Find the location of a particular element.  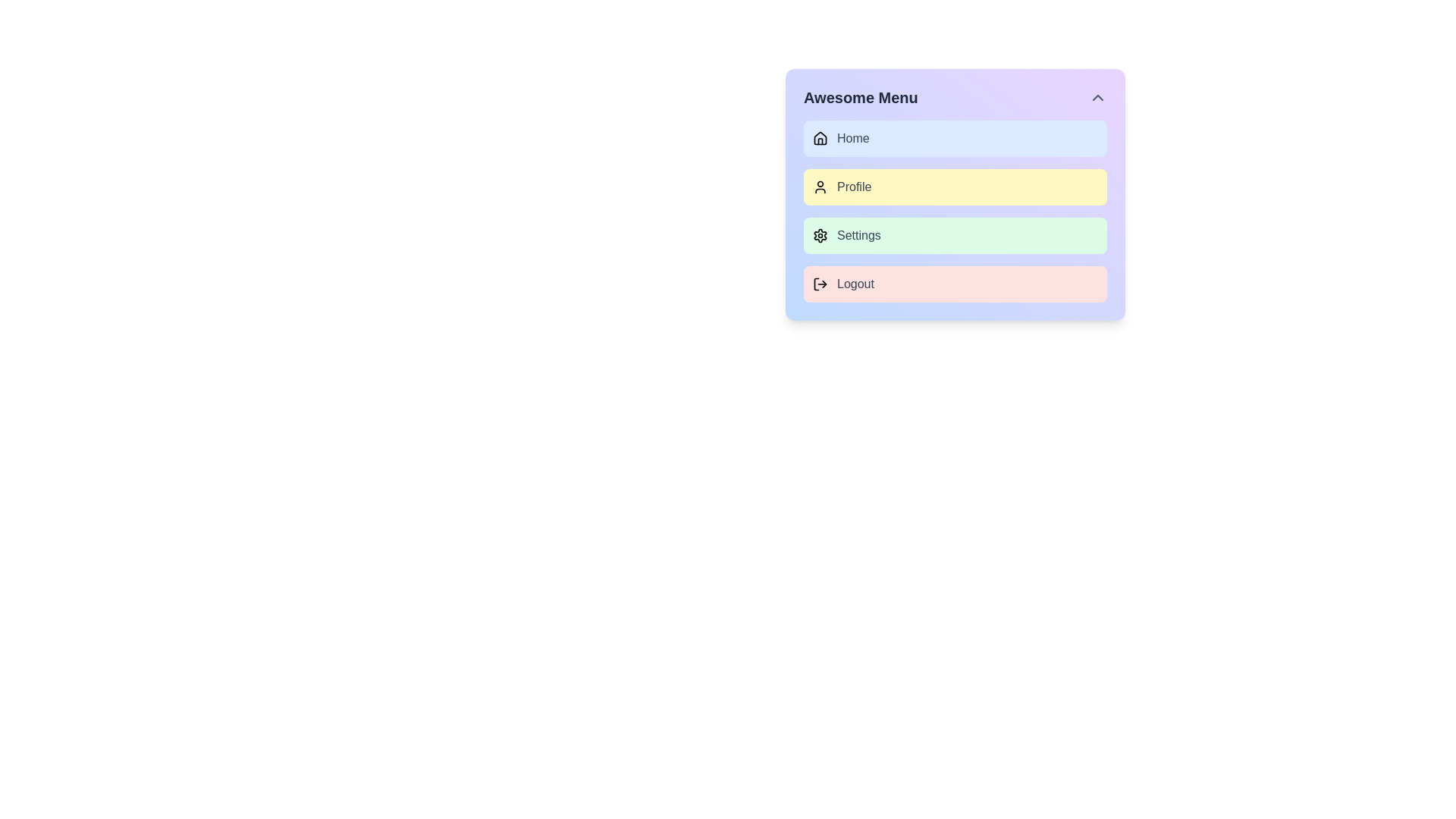

the settings icon, which resembles a cogwheel and is located to the left of the word 'Settings' in the menu is located at coordinates (819, 236).